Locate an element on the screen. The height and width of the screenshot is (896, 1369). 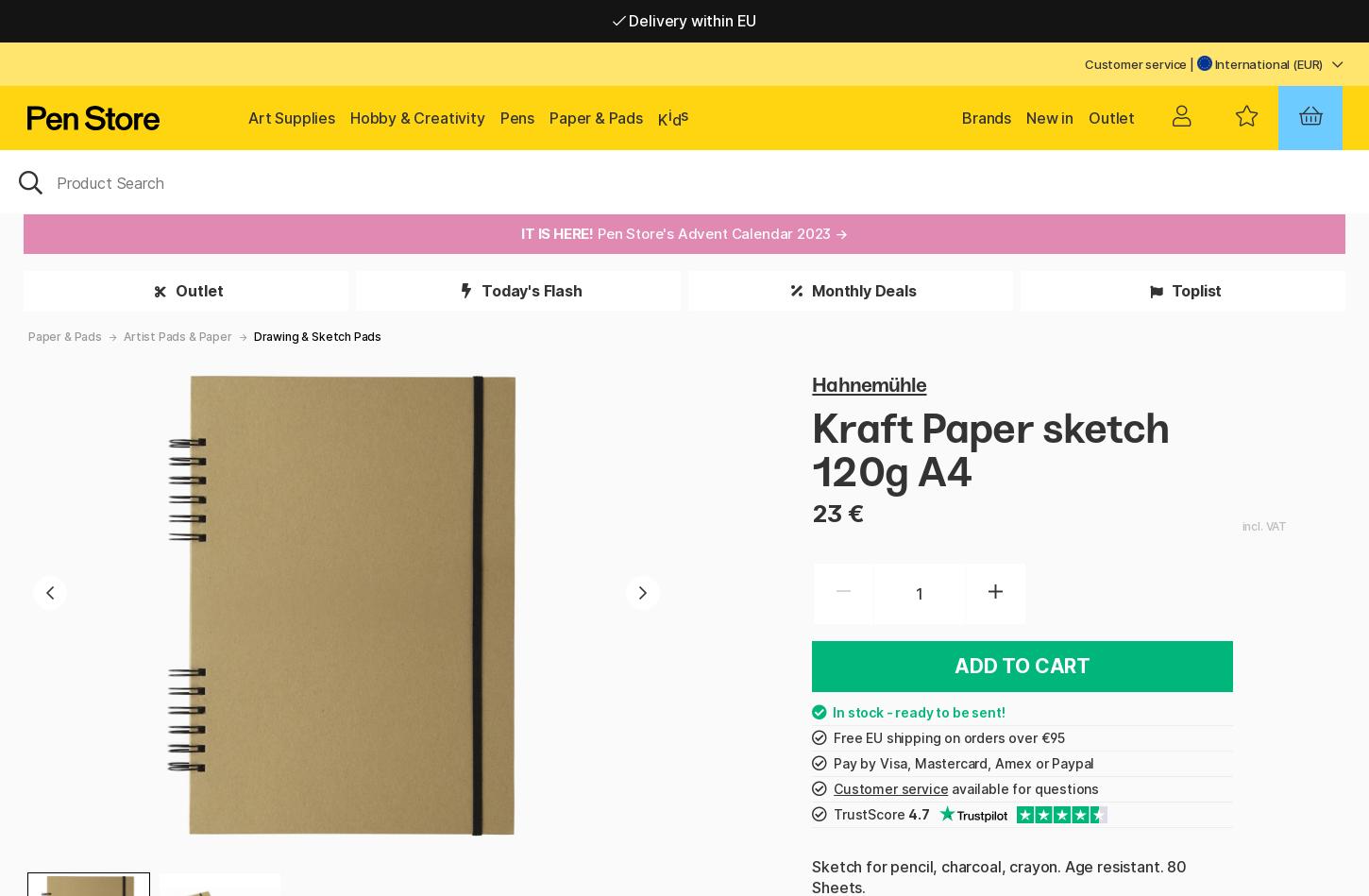
'Monthly Deals' is located at coordinates (861, 290).